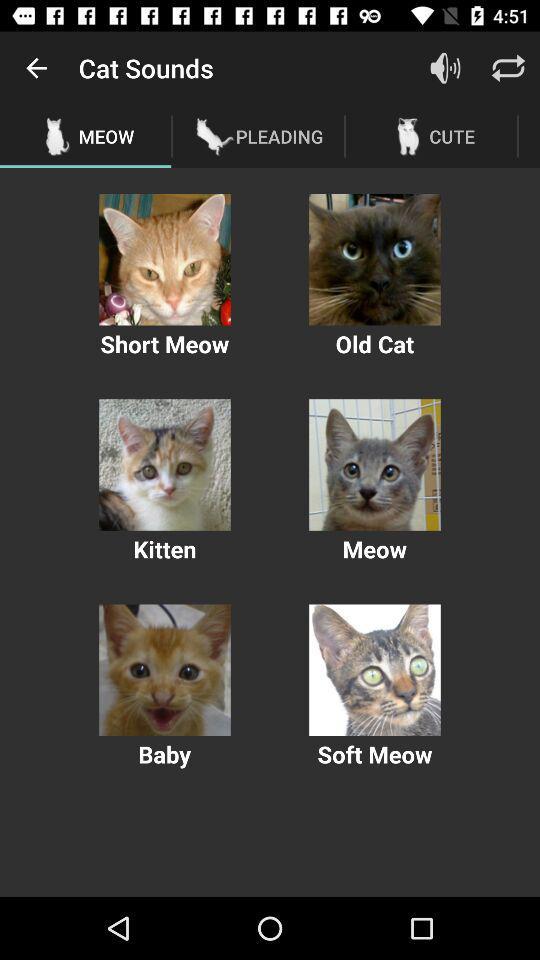  What do you see at coordinates (36, 68) in the screenshot?
I see `item above the meow icon` at bounding box center [36, 68].